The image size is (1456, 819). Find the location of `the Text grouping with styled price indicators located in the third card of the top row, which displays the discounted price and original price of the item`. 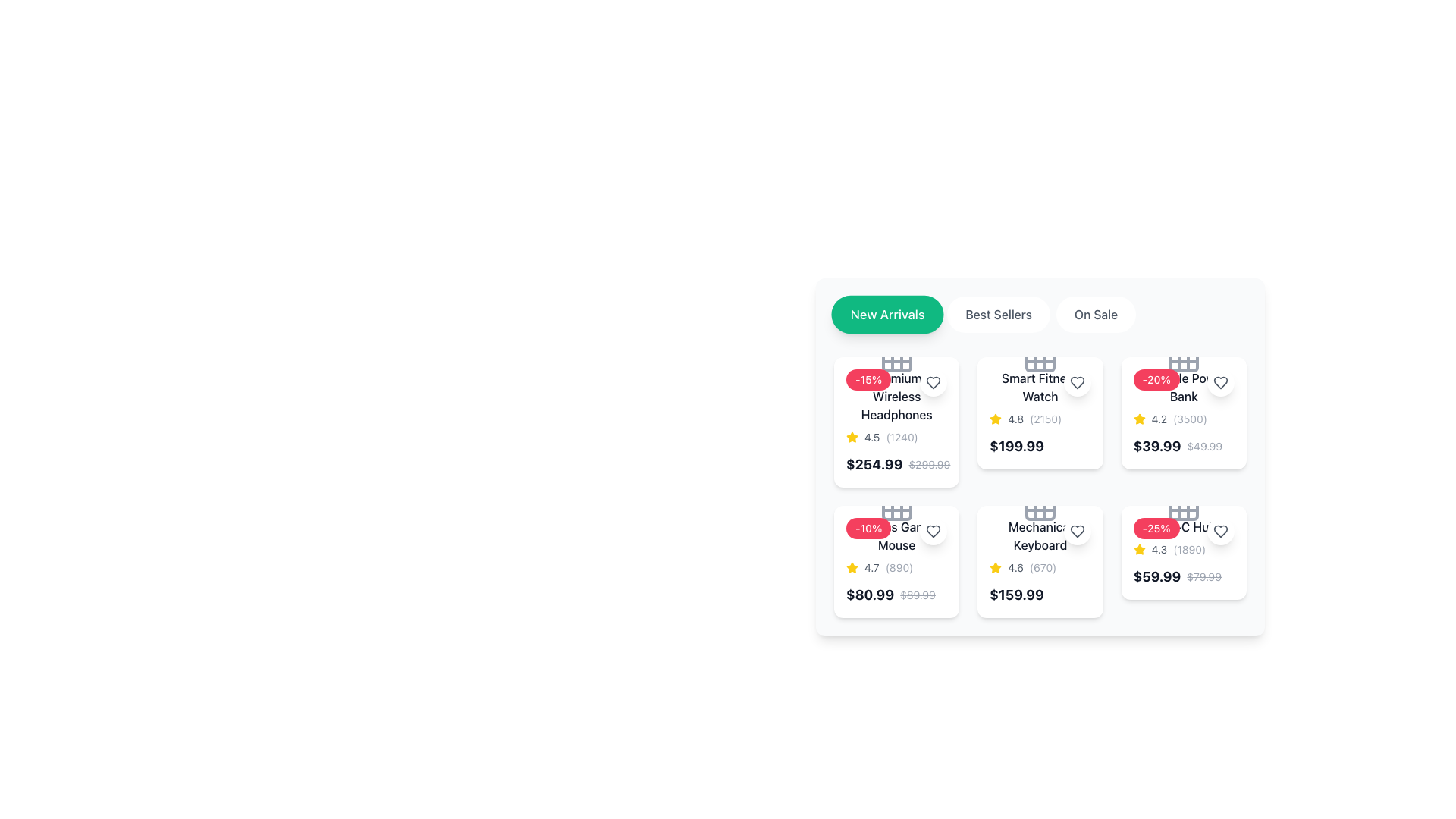

the Text grouping with styled price indicators located in the third card of the top row, which displays the discounted price and original price of the item is located at coordinates (1177, 446).